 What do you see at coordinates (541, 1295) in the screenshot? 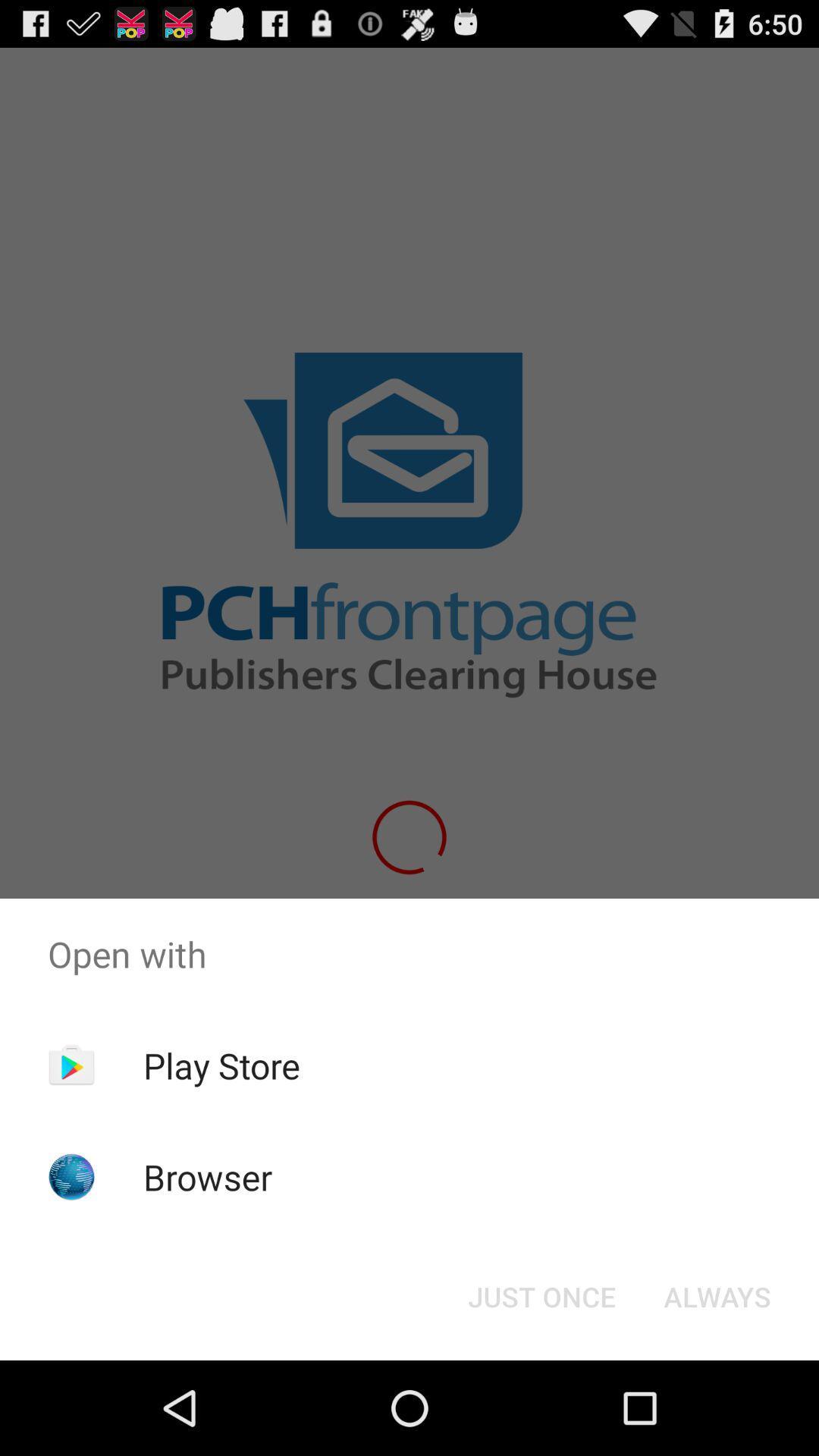
I see `icon to the left of the always` at bounding box center [541, 1295].